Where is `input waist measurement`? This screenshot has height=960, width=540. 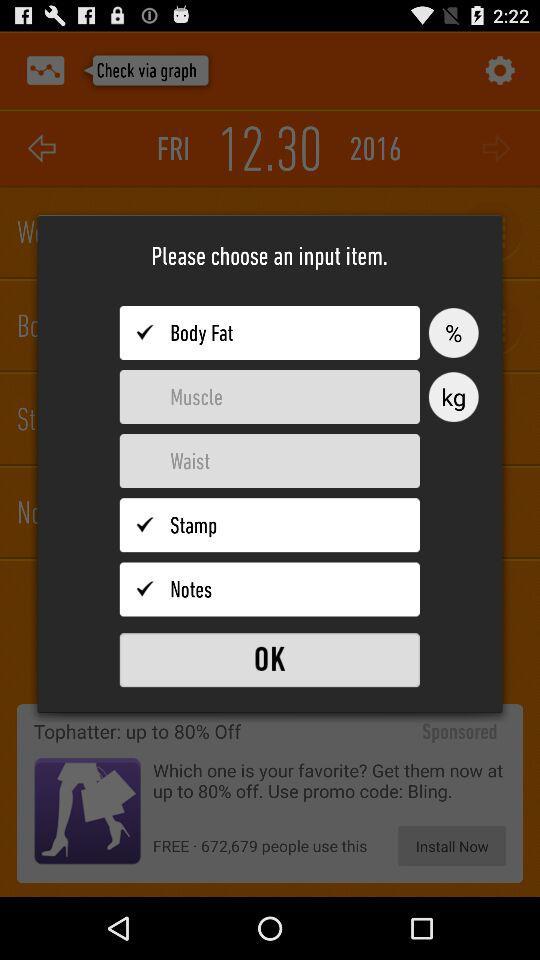 input waist measurement is located at coordinates (269, 461).